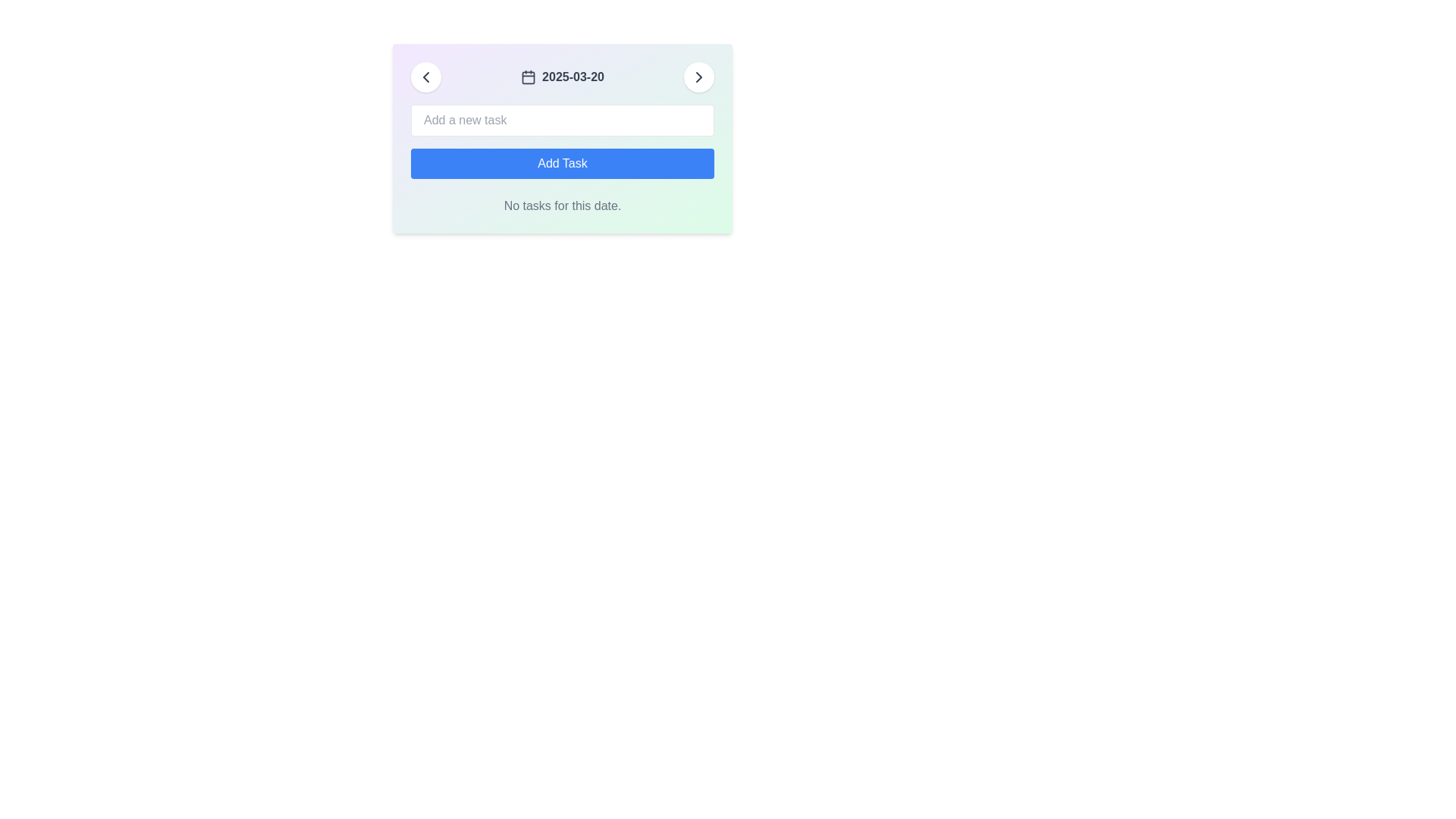 This screenshot has width=1456, height=819. What do you see at coordinates (425, 77) in the screenshot?
I see `the circular button with a white background and a left-pointing dark gray arrow icon` at bounding box center [425, 77].